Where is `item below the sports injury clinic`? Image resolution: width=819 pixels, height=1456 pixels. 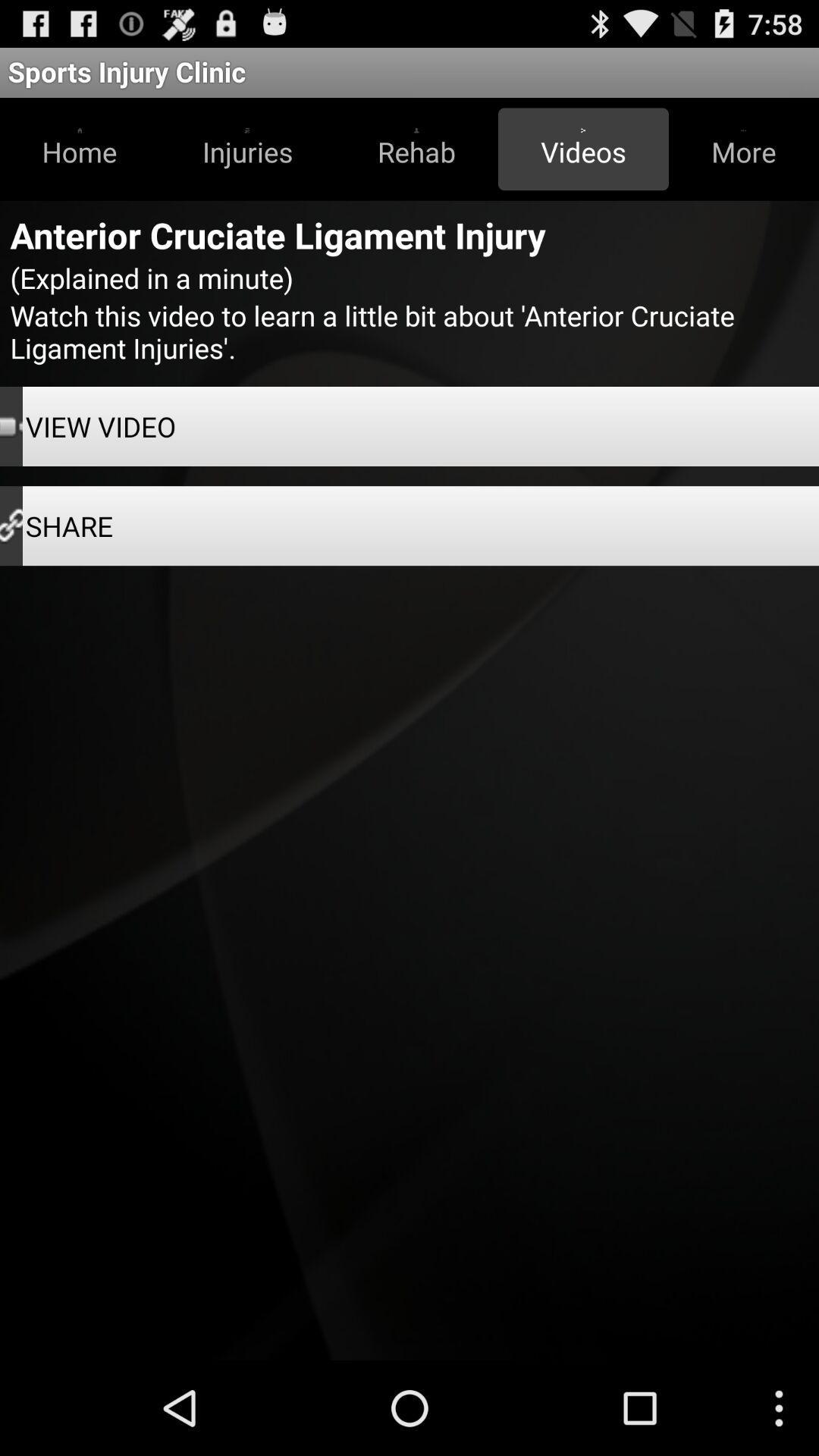
item below the sports injury clinic is located at coordinates (582, 149).